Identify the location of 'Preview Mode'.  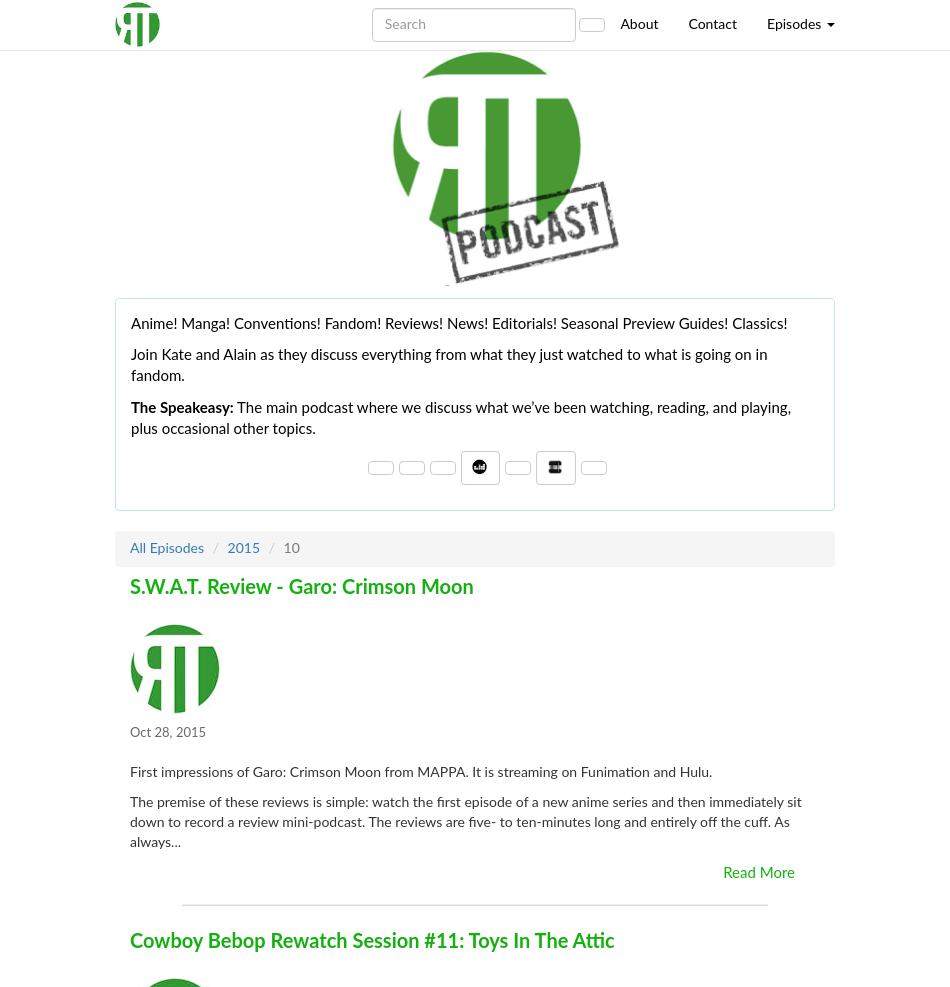
(316, 167).